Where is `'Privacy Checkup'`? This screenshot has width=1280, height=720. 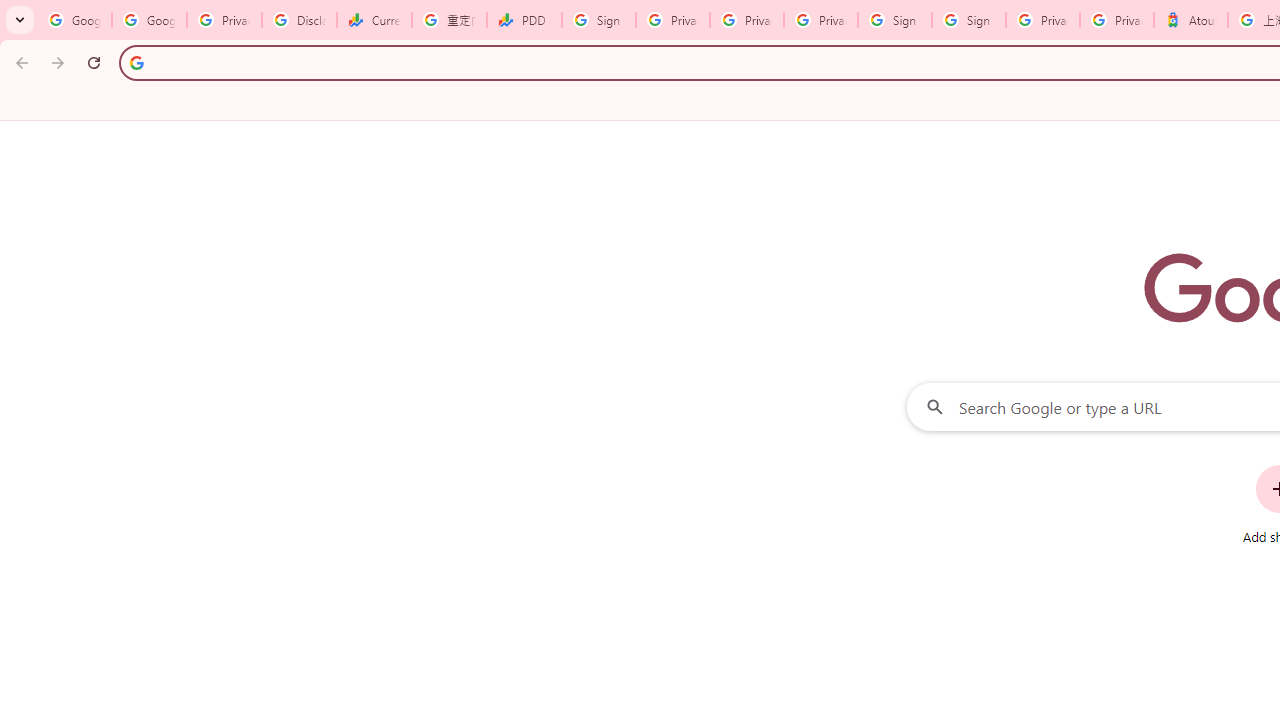 'Privacy Checkup' is located at coordinates (820, 20).